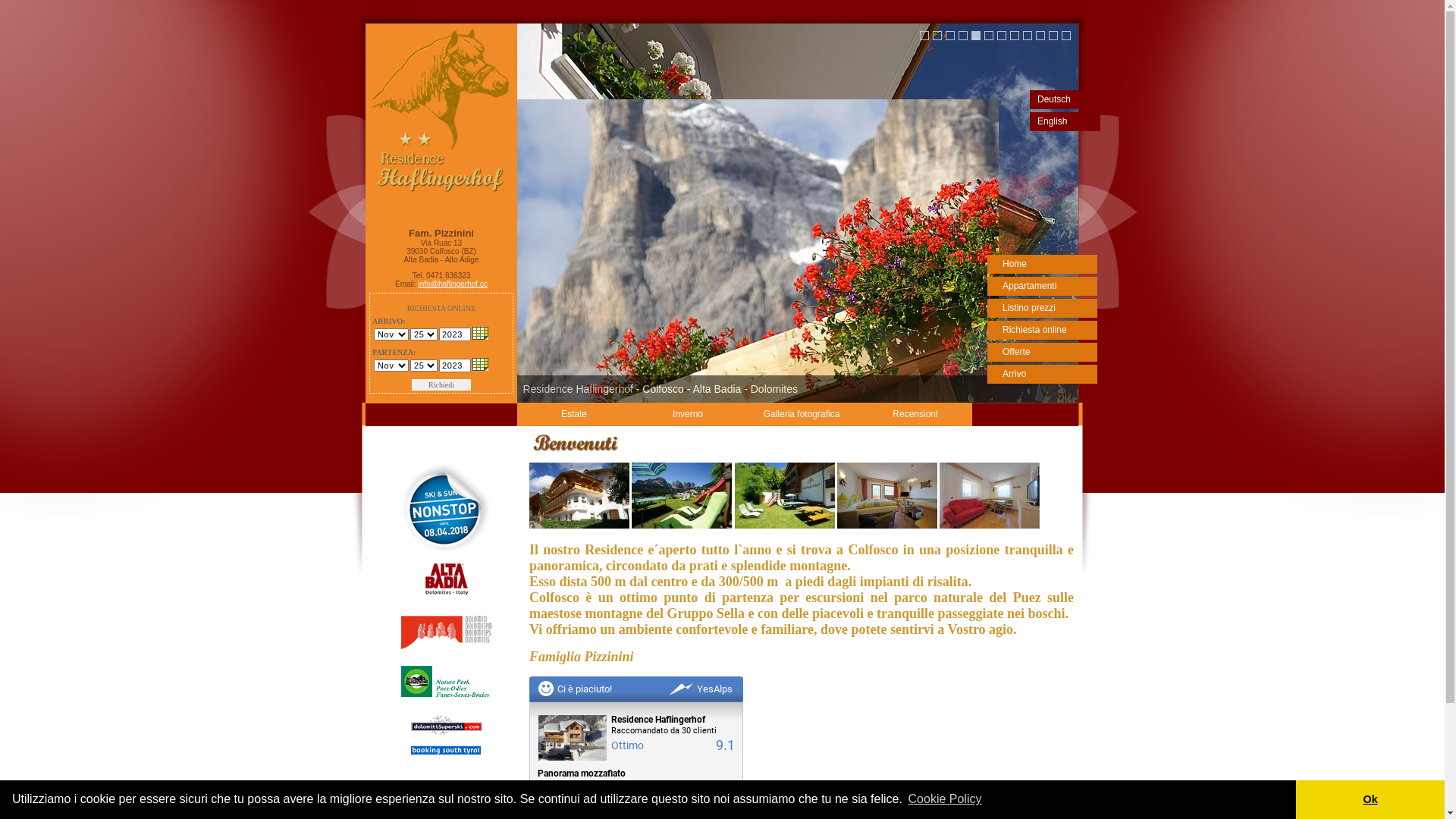  Describe the element at coordinates (687, 414) in the screenshot. I see `'Inverno'` at that location.